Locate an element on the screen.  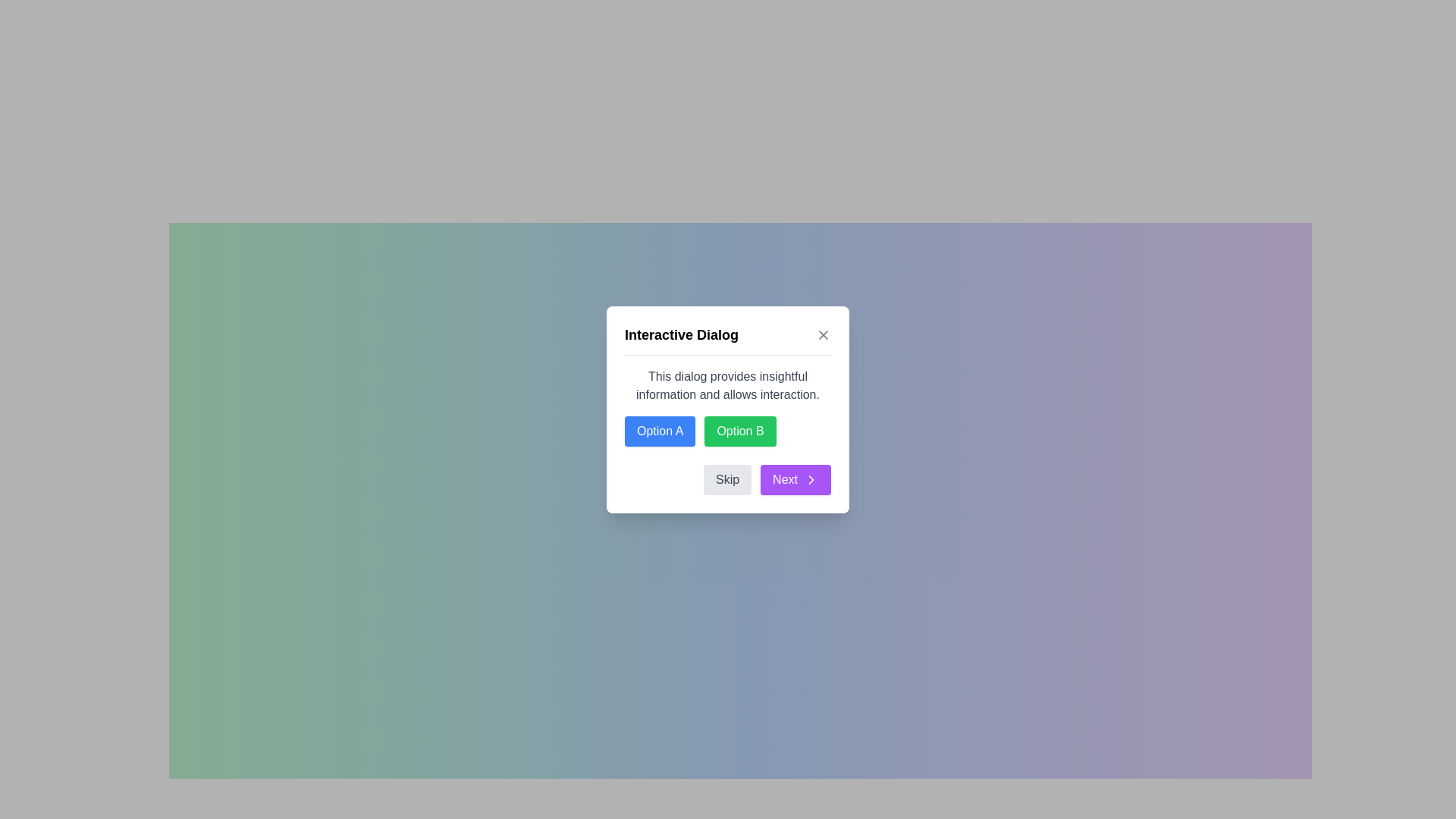
the 'Next' button, which is a rectangular purple button with white text and a right-pointing chevron icon, located at the bottom-right of the dialog box to proceed to the next step is located at coordinates (795, 479).